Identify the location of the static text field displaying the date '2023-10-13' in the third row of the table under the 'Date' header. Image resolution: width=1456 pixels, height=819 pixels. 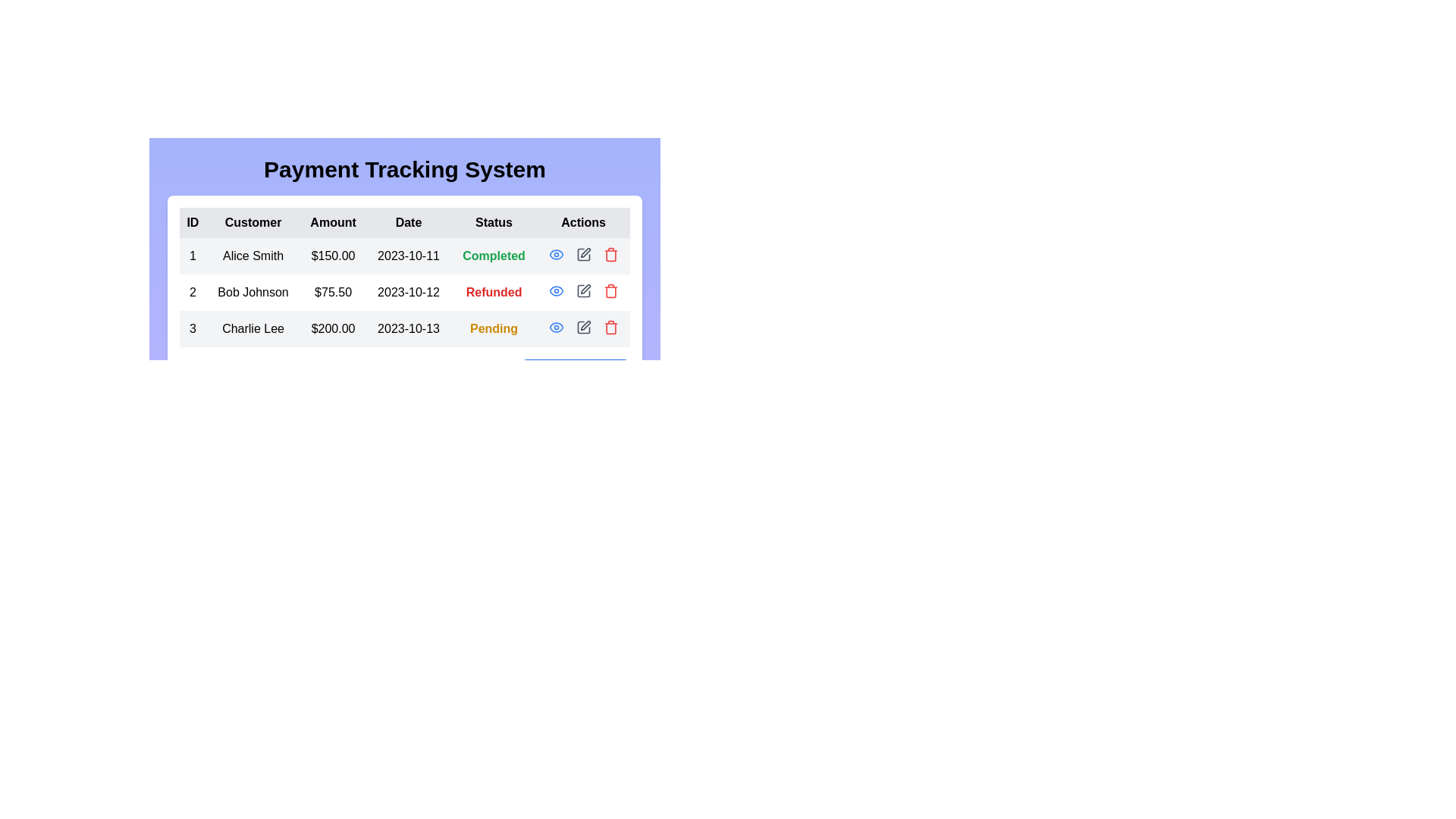
(408, 328).